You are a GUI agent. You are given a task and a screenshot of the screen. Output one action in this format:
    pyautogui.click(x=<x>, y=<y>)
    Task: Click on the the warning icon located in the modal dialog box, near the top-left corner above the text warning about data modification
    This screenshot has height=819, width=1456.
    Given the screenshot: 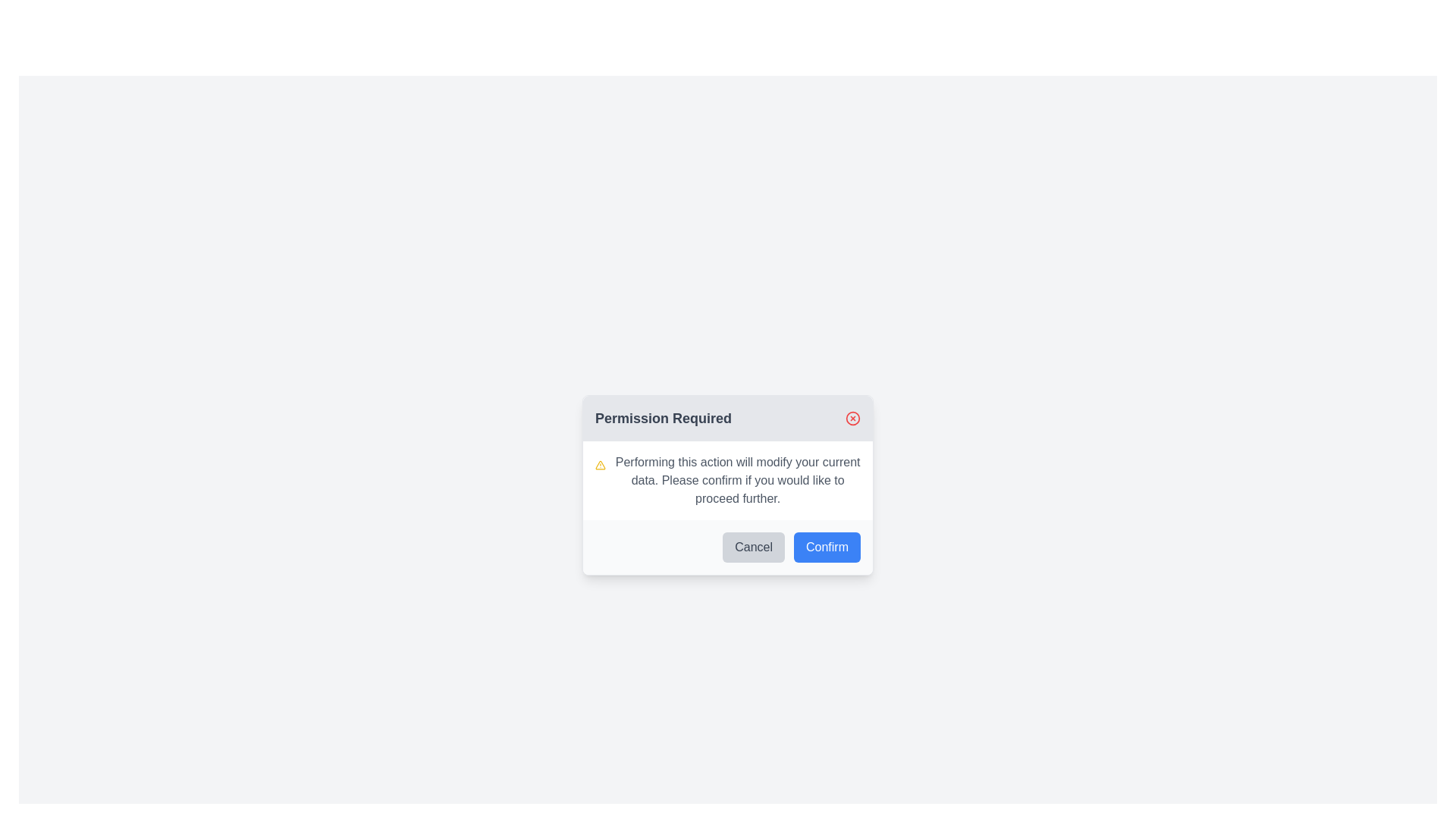 What is the action you would take?
    pyautogui.click(x=600, y=464)
    